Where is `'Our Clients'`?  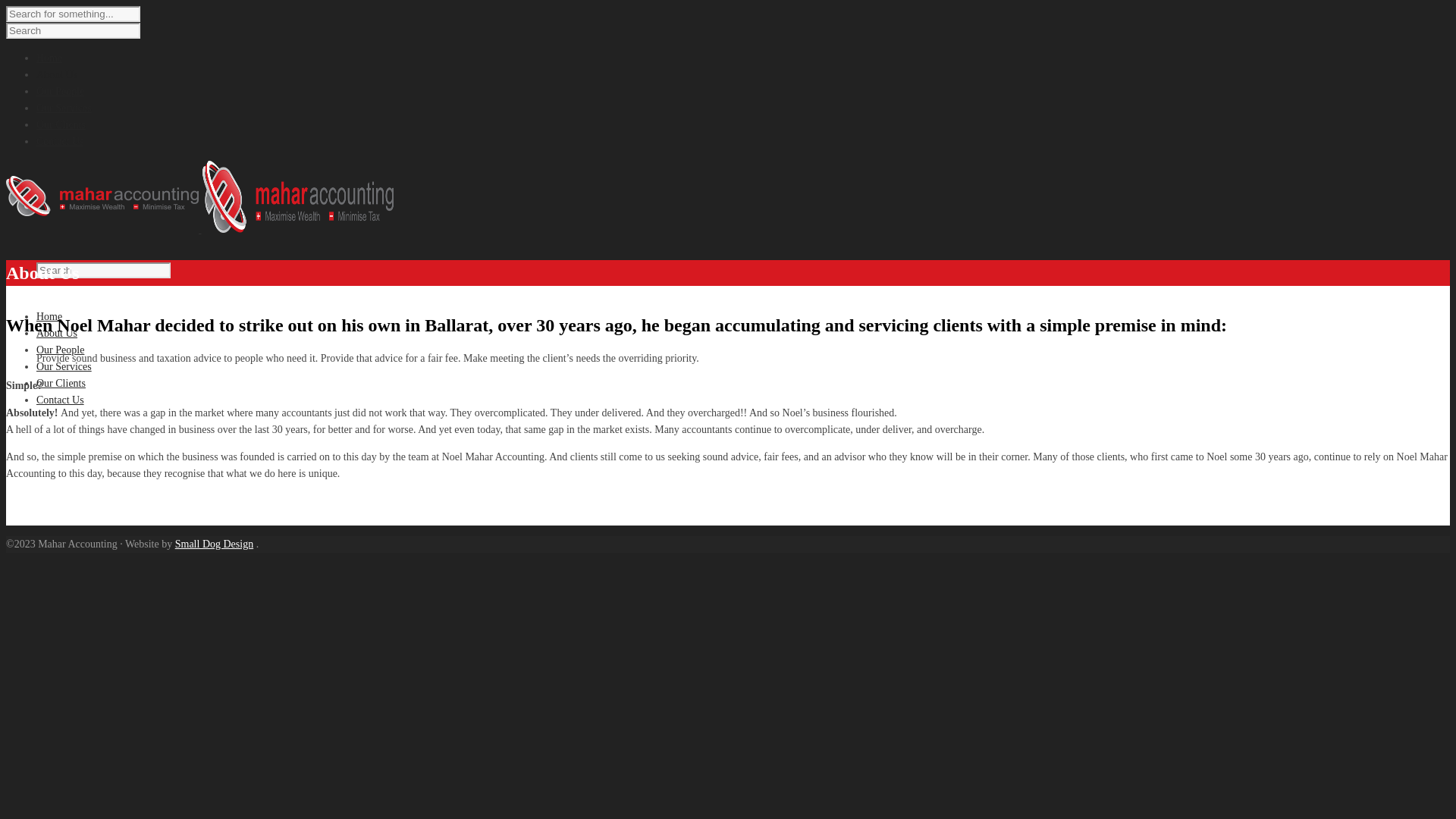 'Our Clients' is located at coordinates (61, 382).